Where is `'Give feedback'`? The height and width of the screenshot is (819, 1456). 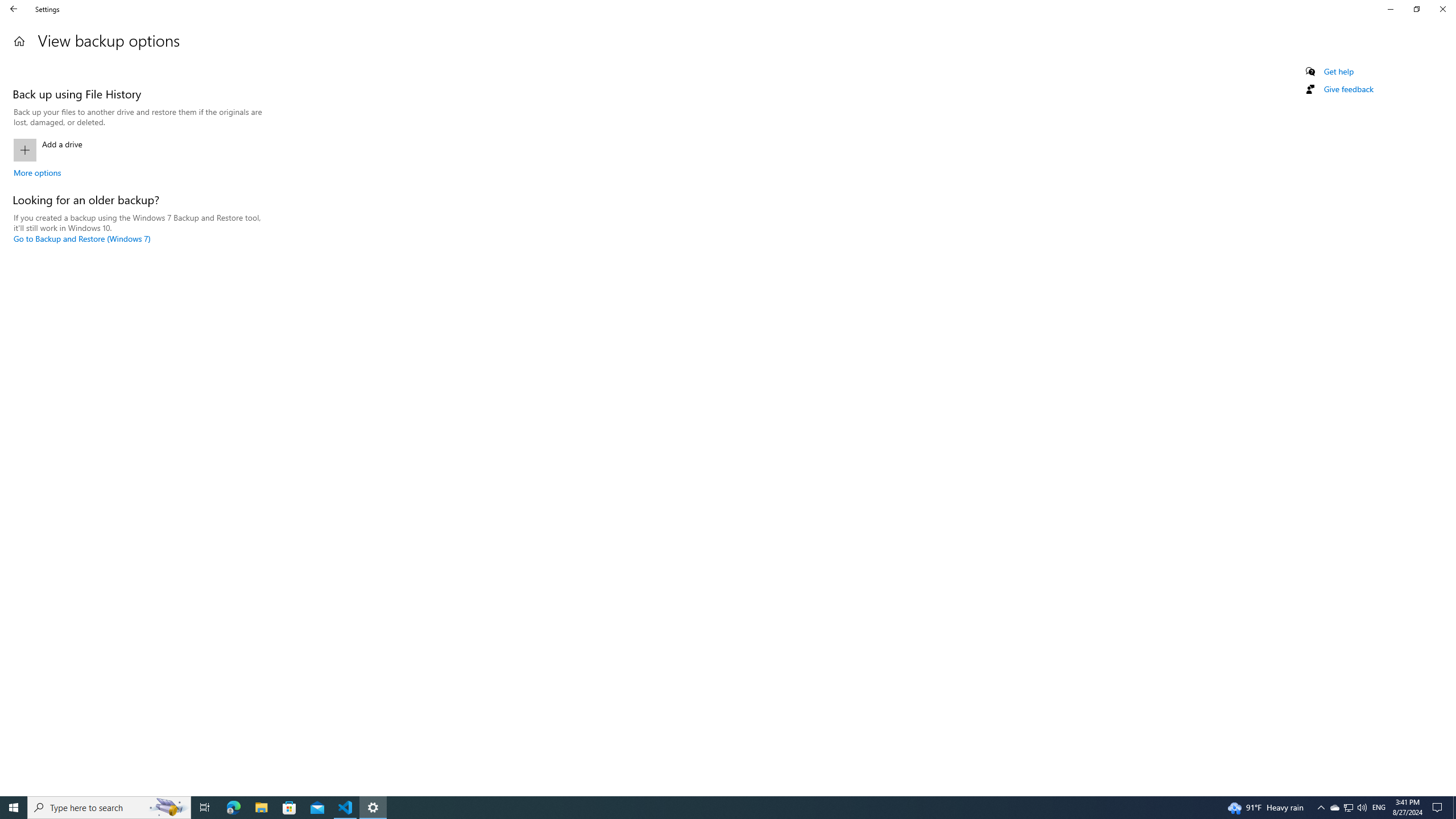
'Give feedback' is located at coordinates (1347, 89).